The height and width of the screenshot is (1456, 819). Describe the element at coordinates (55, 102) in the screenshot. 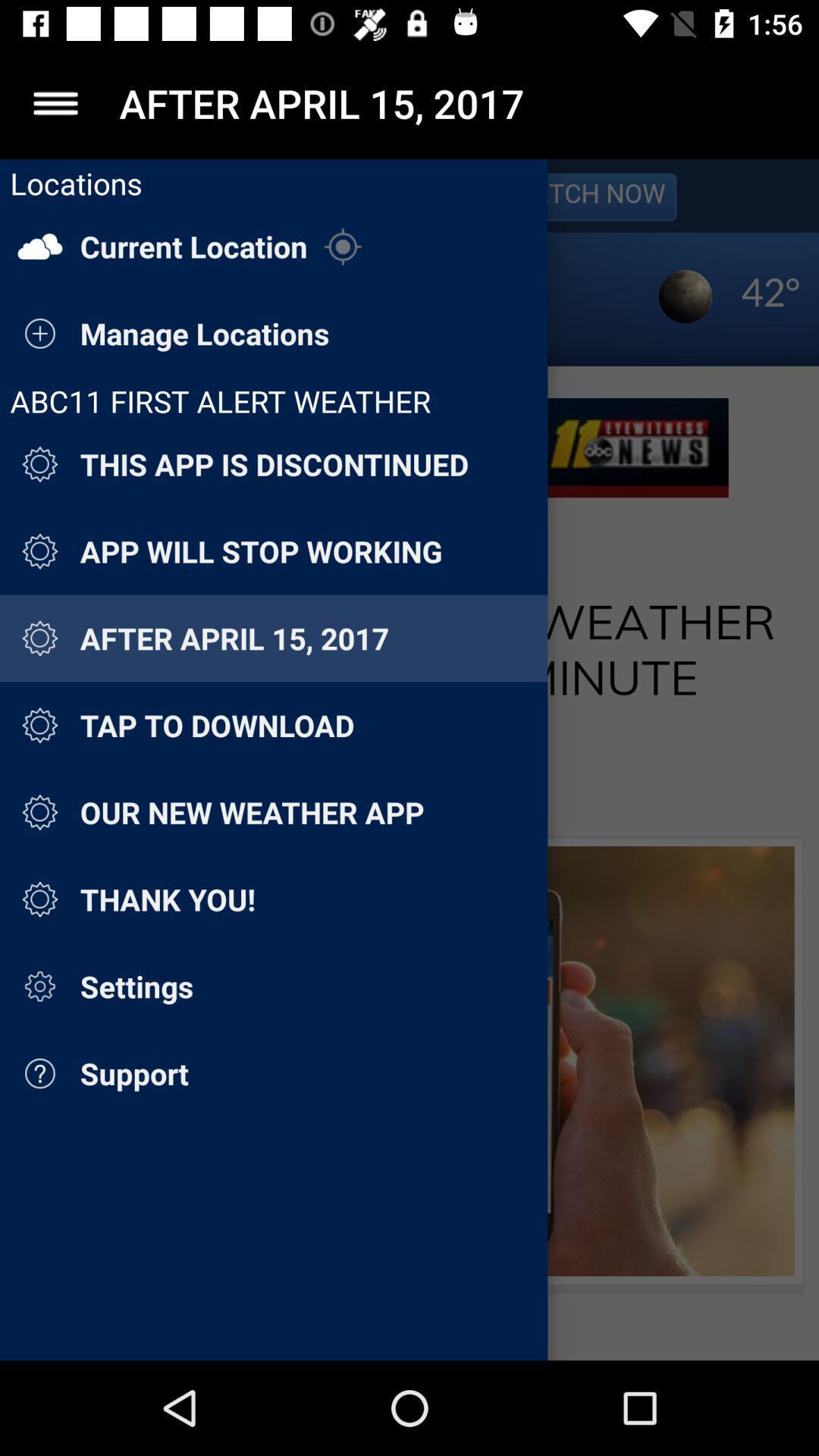

I see `open settings` at that location.